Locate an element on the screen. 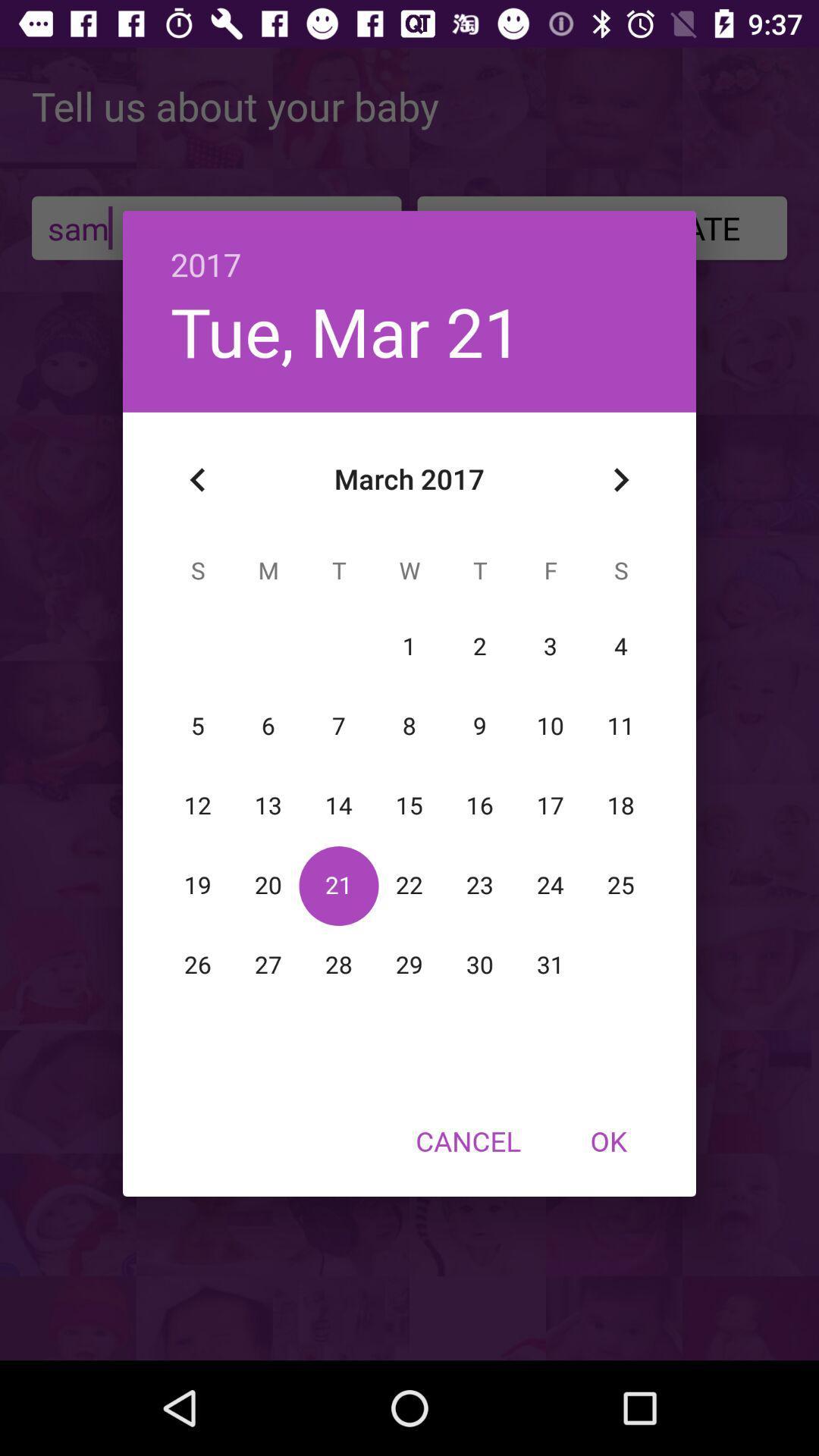 This screenshot has width=819, height=1456. icon at the bottom right corner is located at coordinates (607, 1141).